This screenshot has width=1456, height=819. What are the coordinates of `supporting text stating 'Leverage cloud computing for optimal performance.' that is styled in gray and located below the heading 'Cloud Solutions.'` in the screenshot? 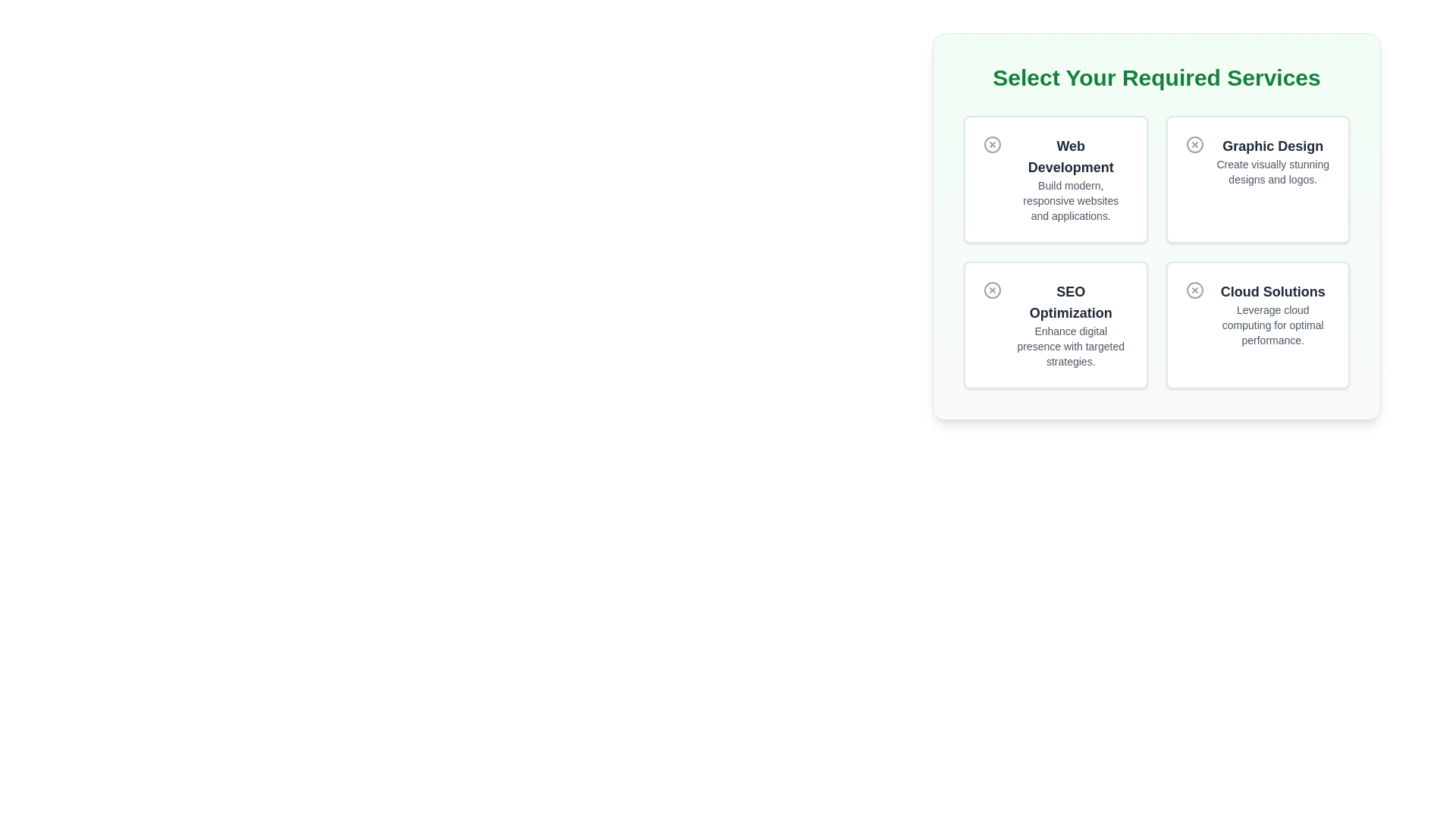 It's located at (1272, 324).